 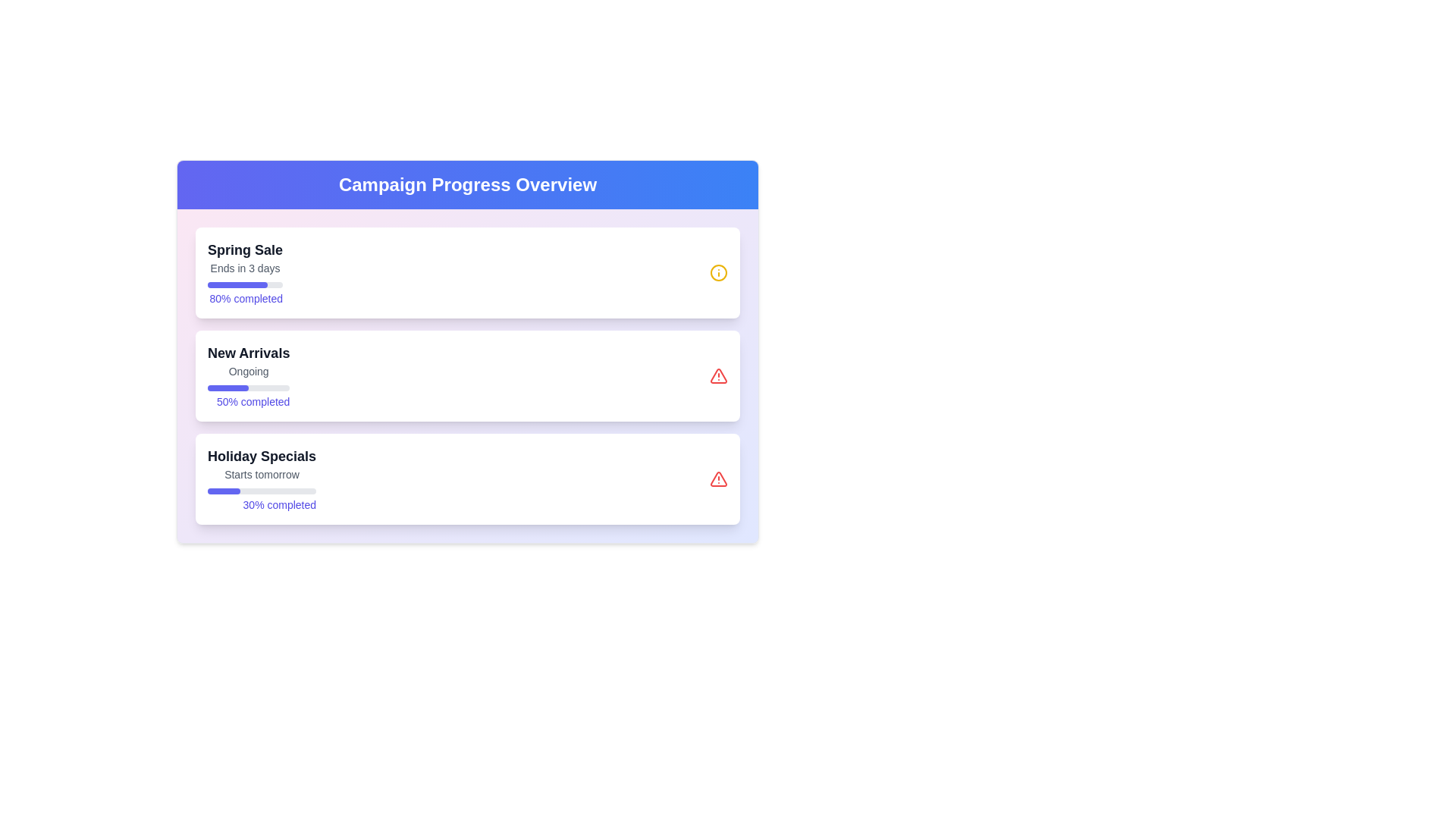 I want to click on the alert icon indicating new arrivals, located in the top-right area of the new arrivals card, so click(x=718, y=375).